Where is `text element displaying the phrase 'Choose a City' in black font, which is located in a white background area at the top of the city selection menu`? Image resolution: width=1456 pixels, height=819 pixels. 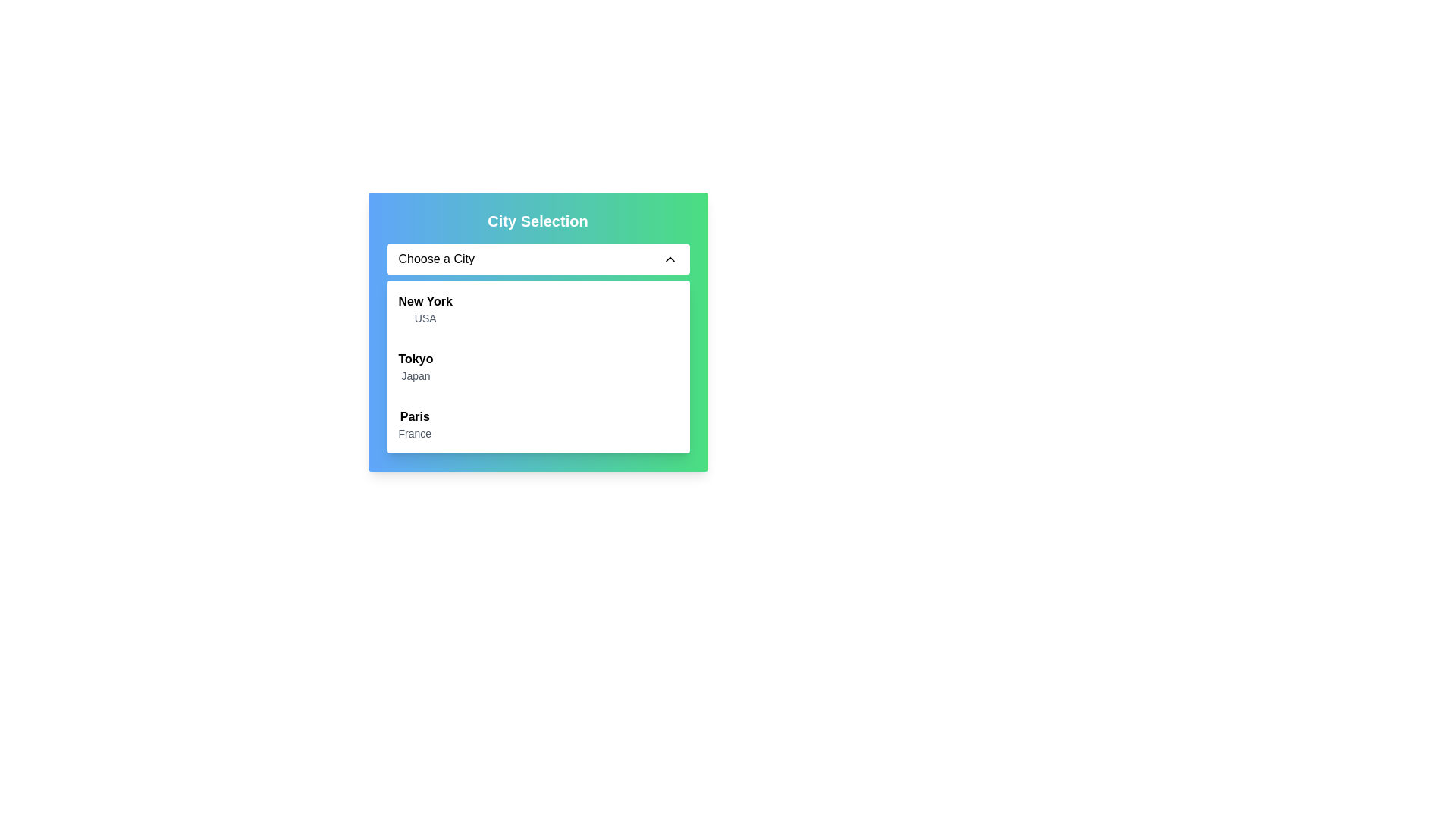
text element displaying the phrase 'Choose a City' in black font, which is located in a white background area at the top of the city selection menu is located at coordinates (435, 259).